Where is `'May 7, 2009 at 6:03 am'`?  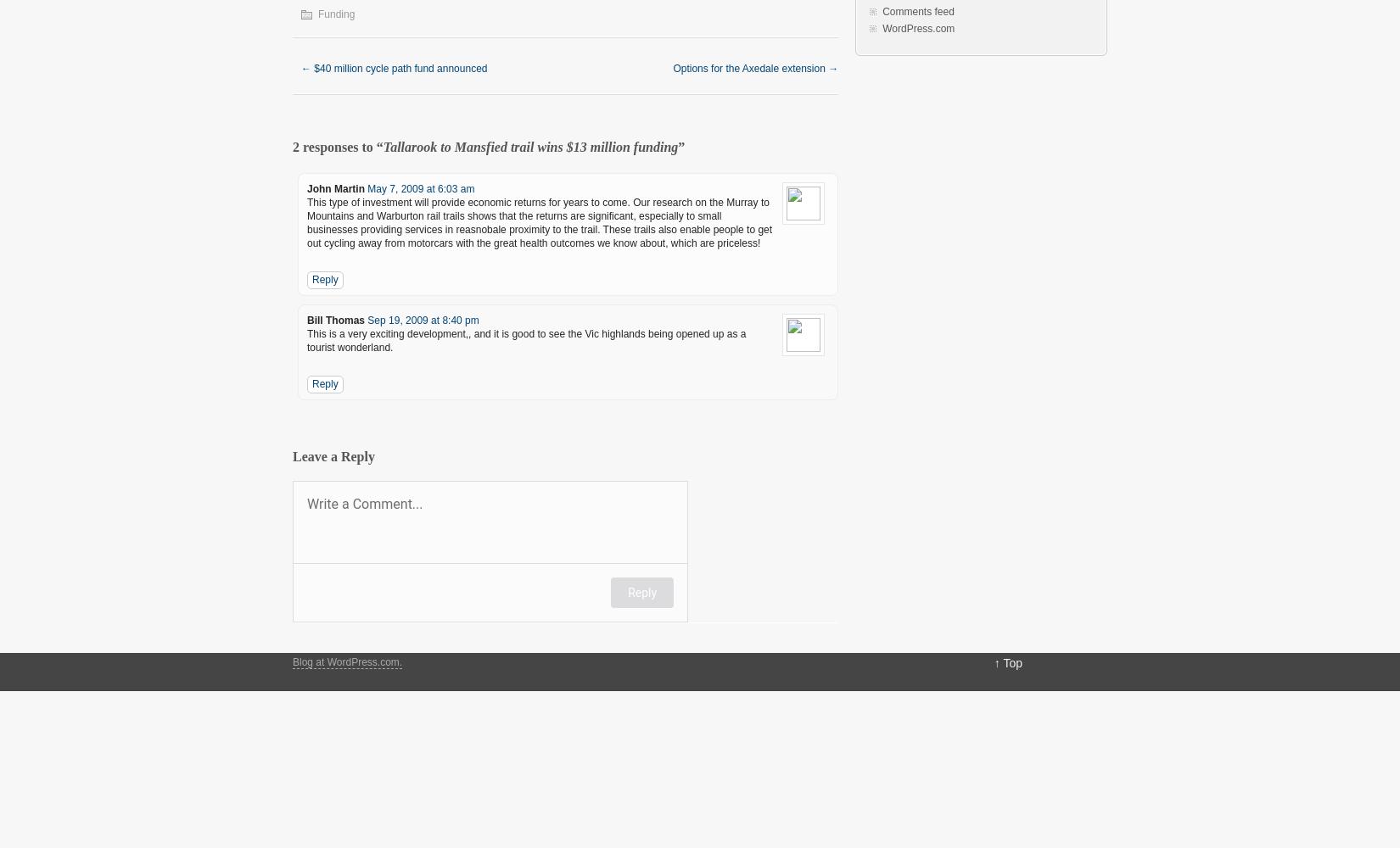 'May 7, 2009 at 6:03 am' is located at coordinates (419, 188).